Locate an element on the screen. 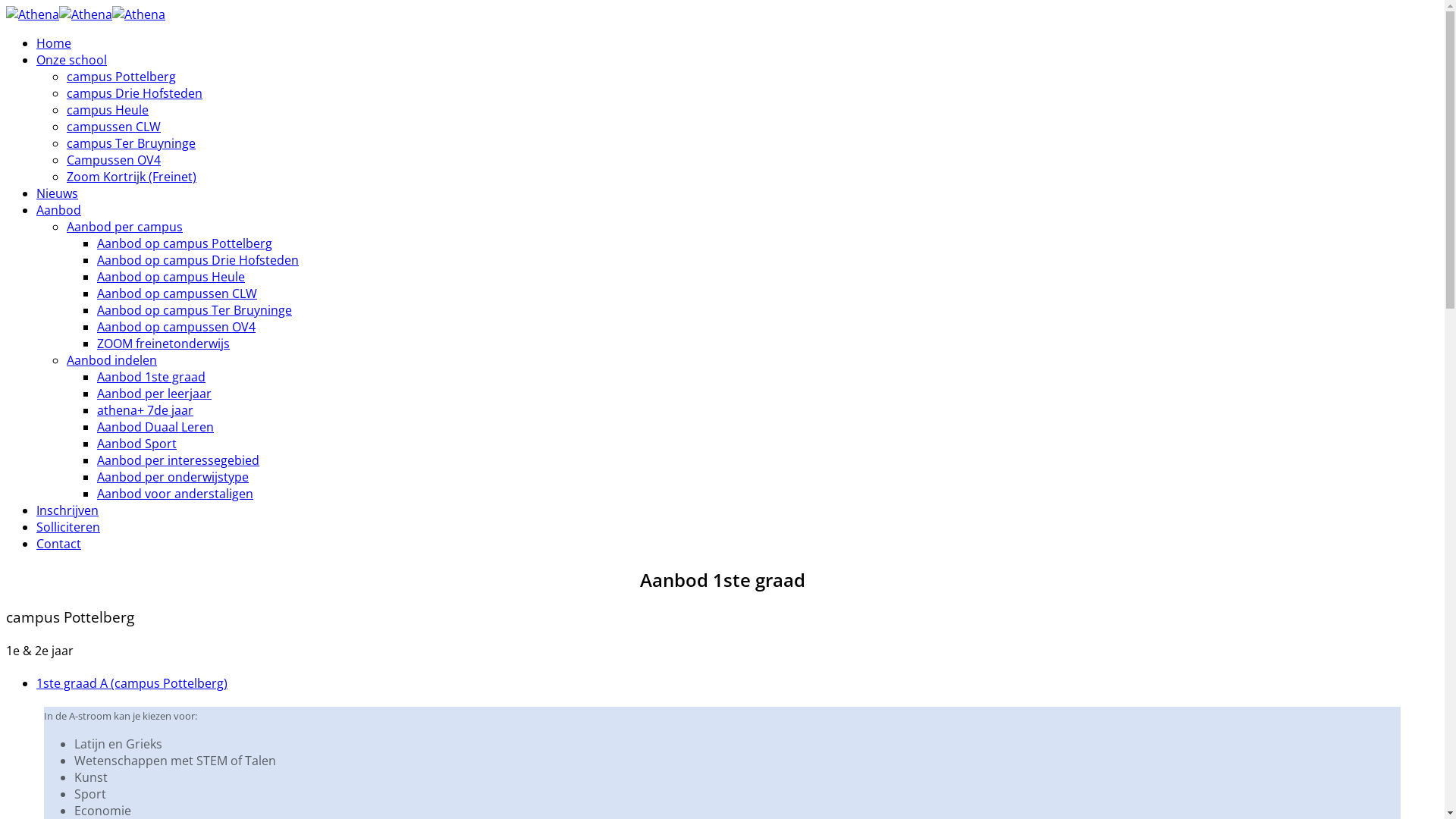  'campus Drie Hofsteden' is located at coordinates (134, 93).